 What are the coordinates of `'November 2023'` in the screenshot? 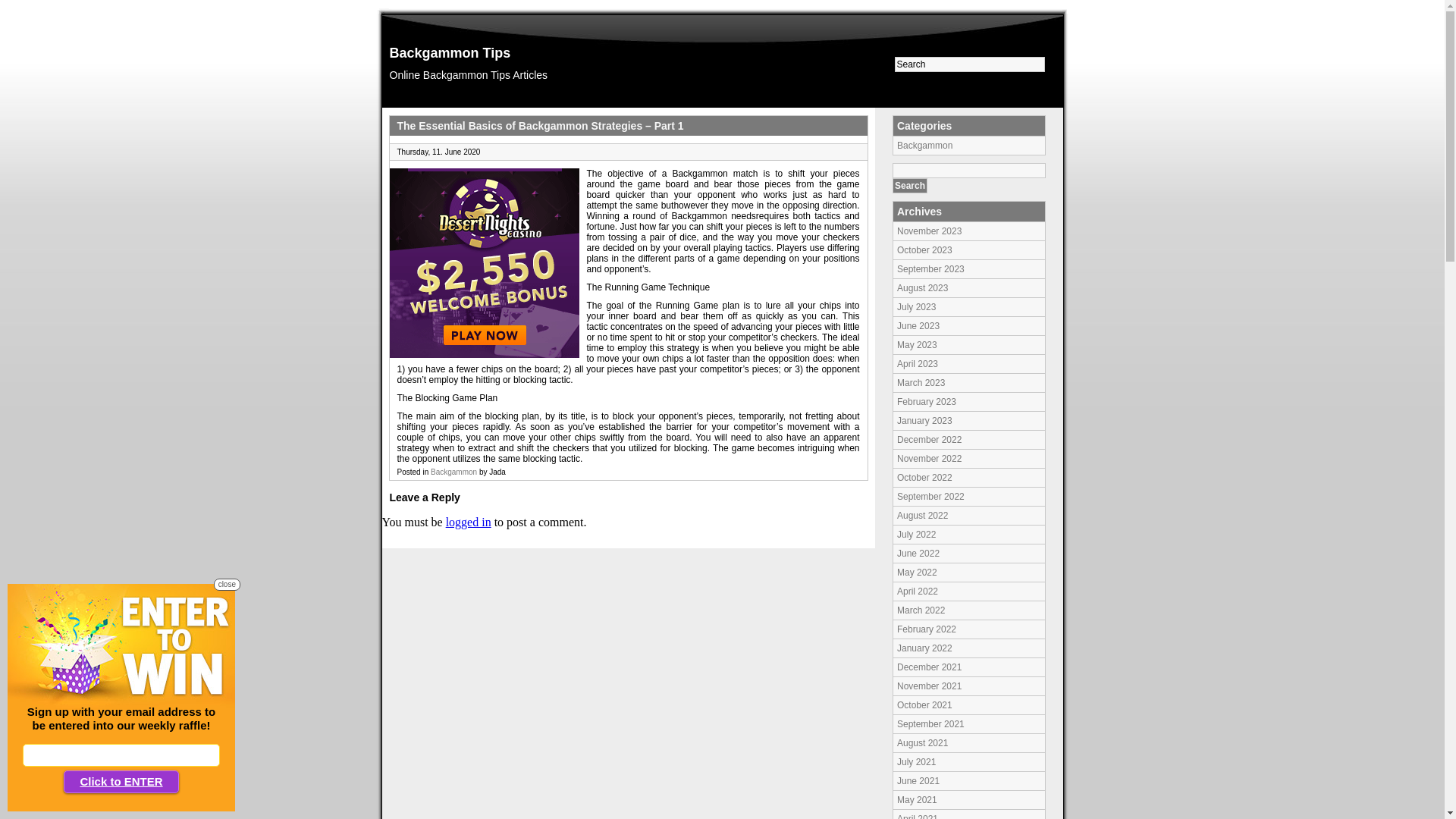 It's located at (928, 231).